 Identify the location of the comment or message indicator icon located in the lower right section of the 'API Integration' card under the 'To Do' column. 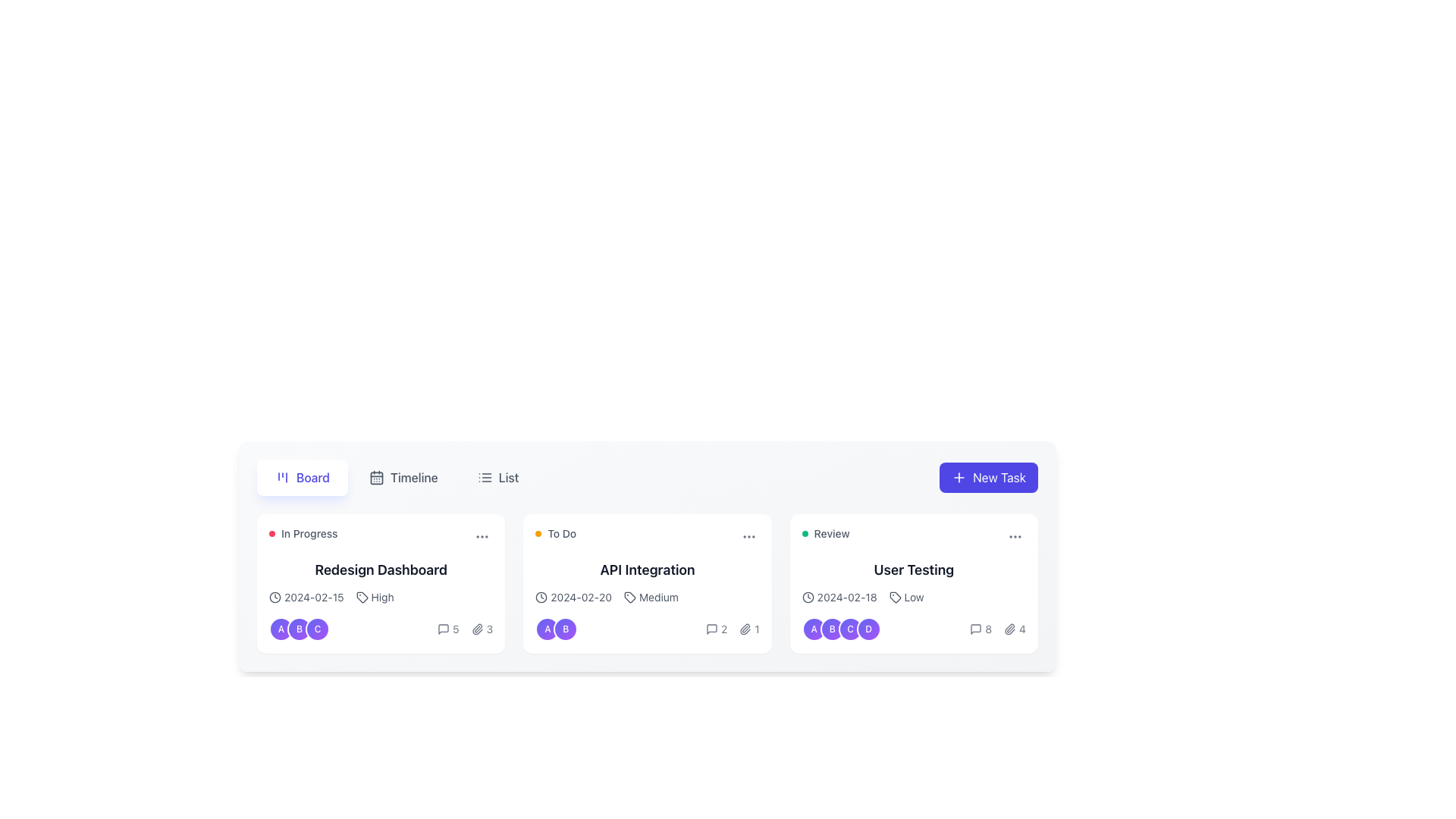
(711, 629).